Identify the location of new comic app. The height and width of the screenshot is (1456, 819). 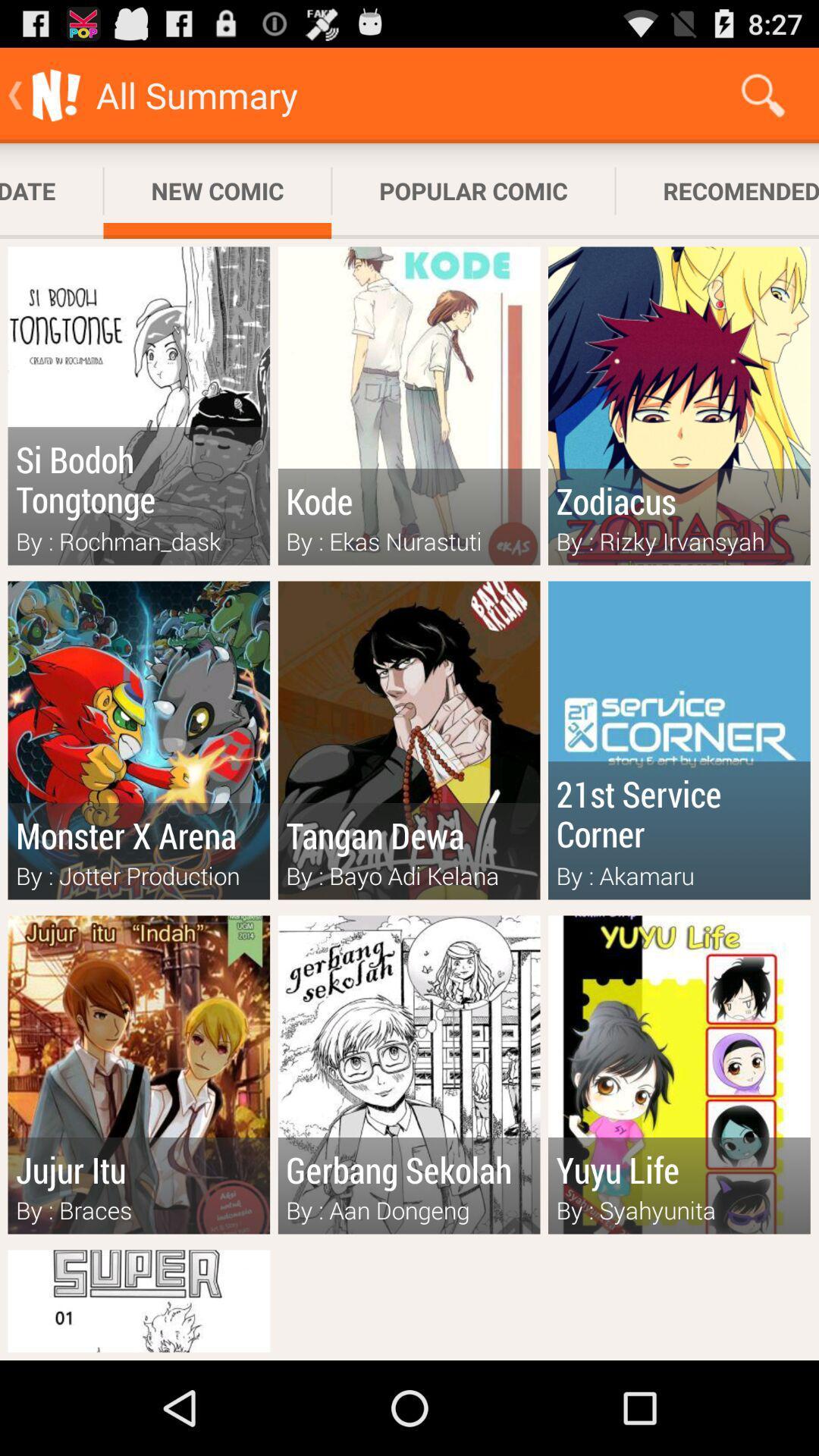
(217, 190).